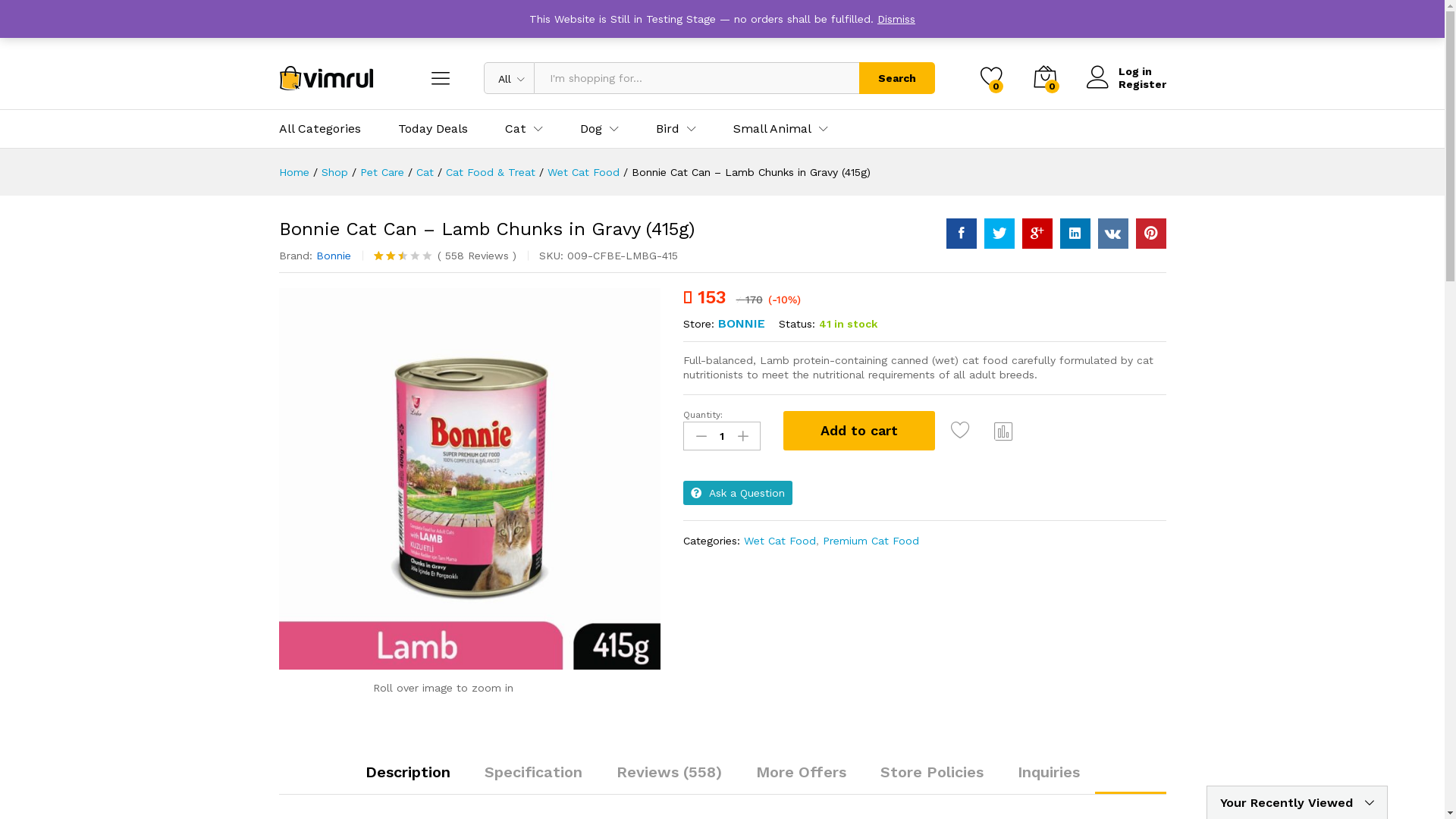 This screenshot has width=1456, height=819. What do you see at coordinates (381, 171) in the screenshot?
I see `'Pet Care'` at bounding box center [381, 171].